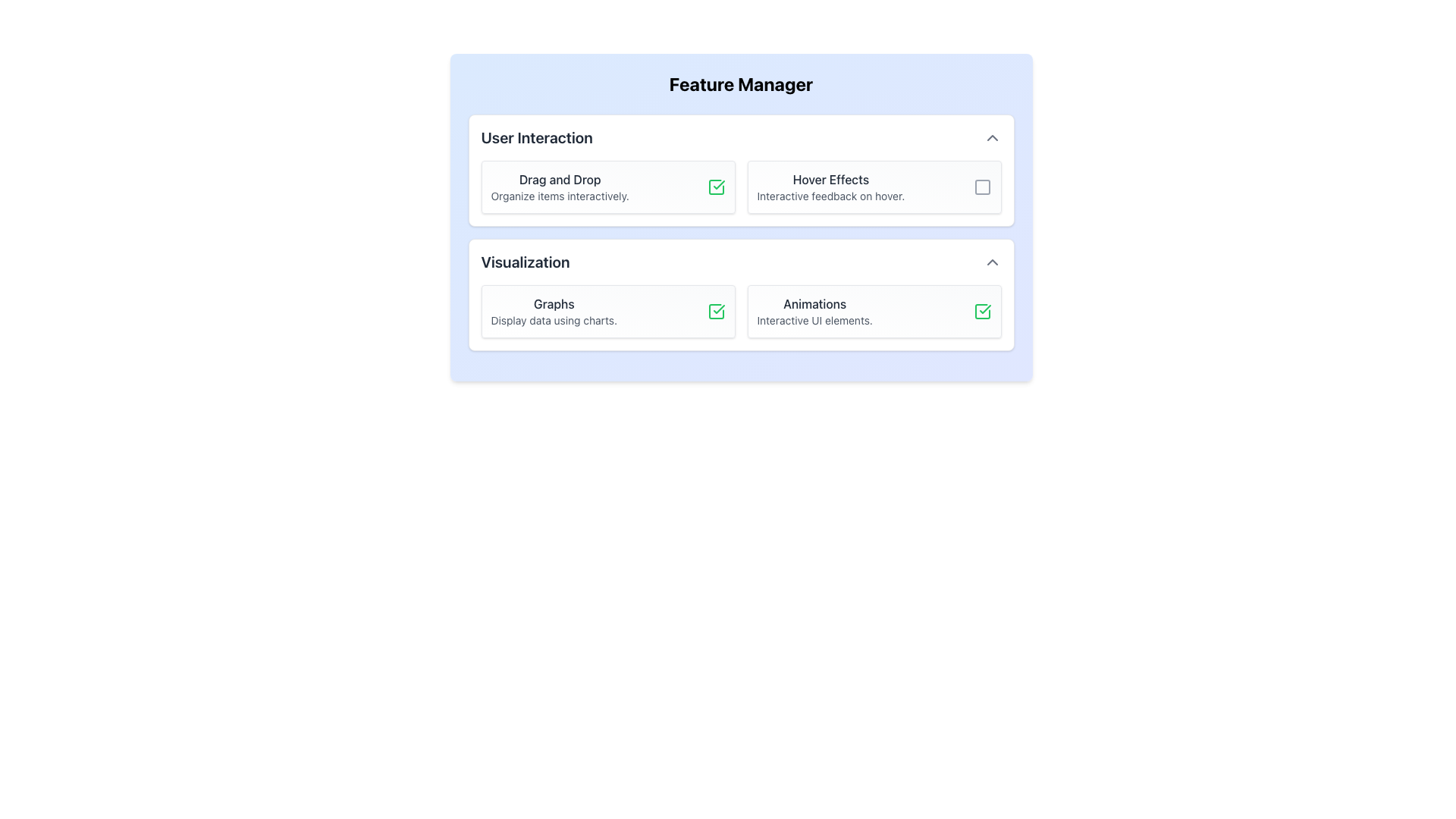  What do you see at coordinates (741, 295) in the screenshot?
I see `information from the 'Visualization' feature group panel located below 'User Interaction' in the 'Feature Manager'` at bounding box center [741, 295].